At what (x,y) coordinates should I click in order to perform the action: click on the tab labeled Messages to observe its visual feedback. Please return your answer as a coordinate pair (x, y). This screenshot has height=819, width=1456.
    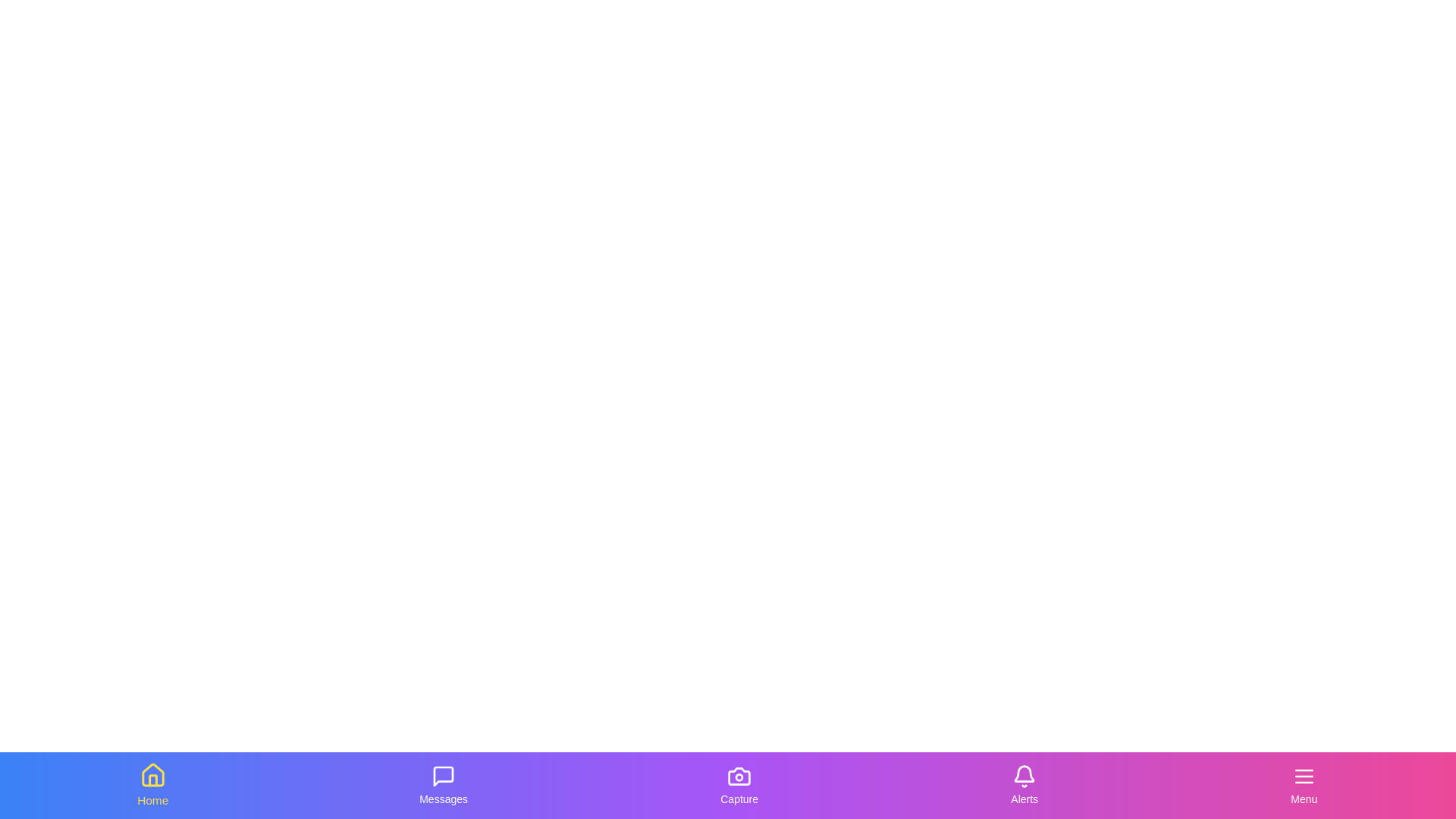
    Looking at the image, I should click on (443, 785).